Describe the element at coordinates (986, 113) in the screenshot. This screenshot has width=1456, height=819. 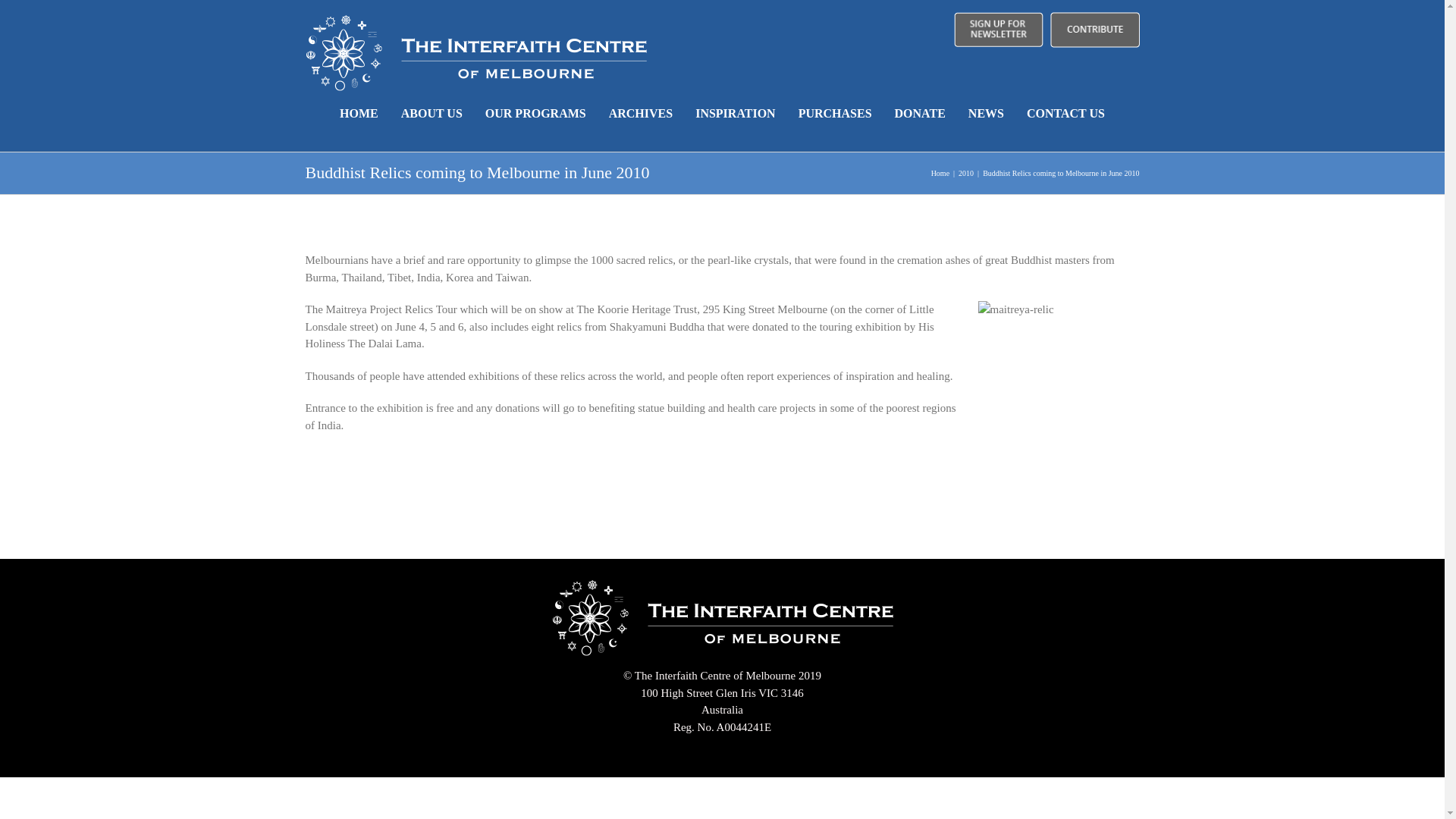
I see `'NEWS'` at that location.